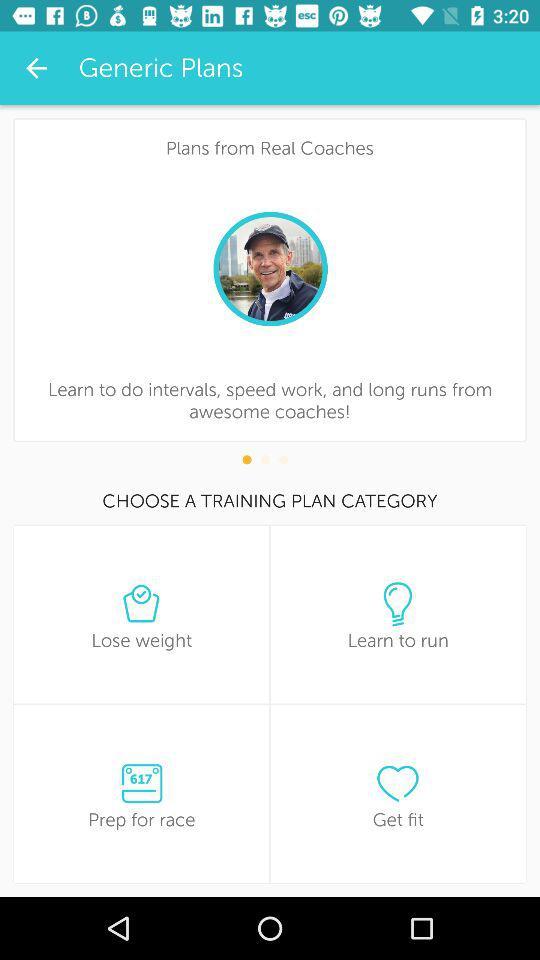 This screenshot has width=540, height=960. I want to click on item to the left of the generic plans, so click(36, 68).